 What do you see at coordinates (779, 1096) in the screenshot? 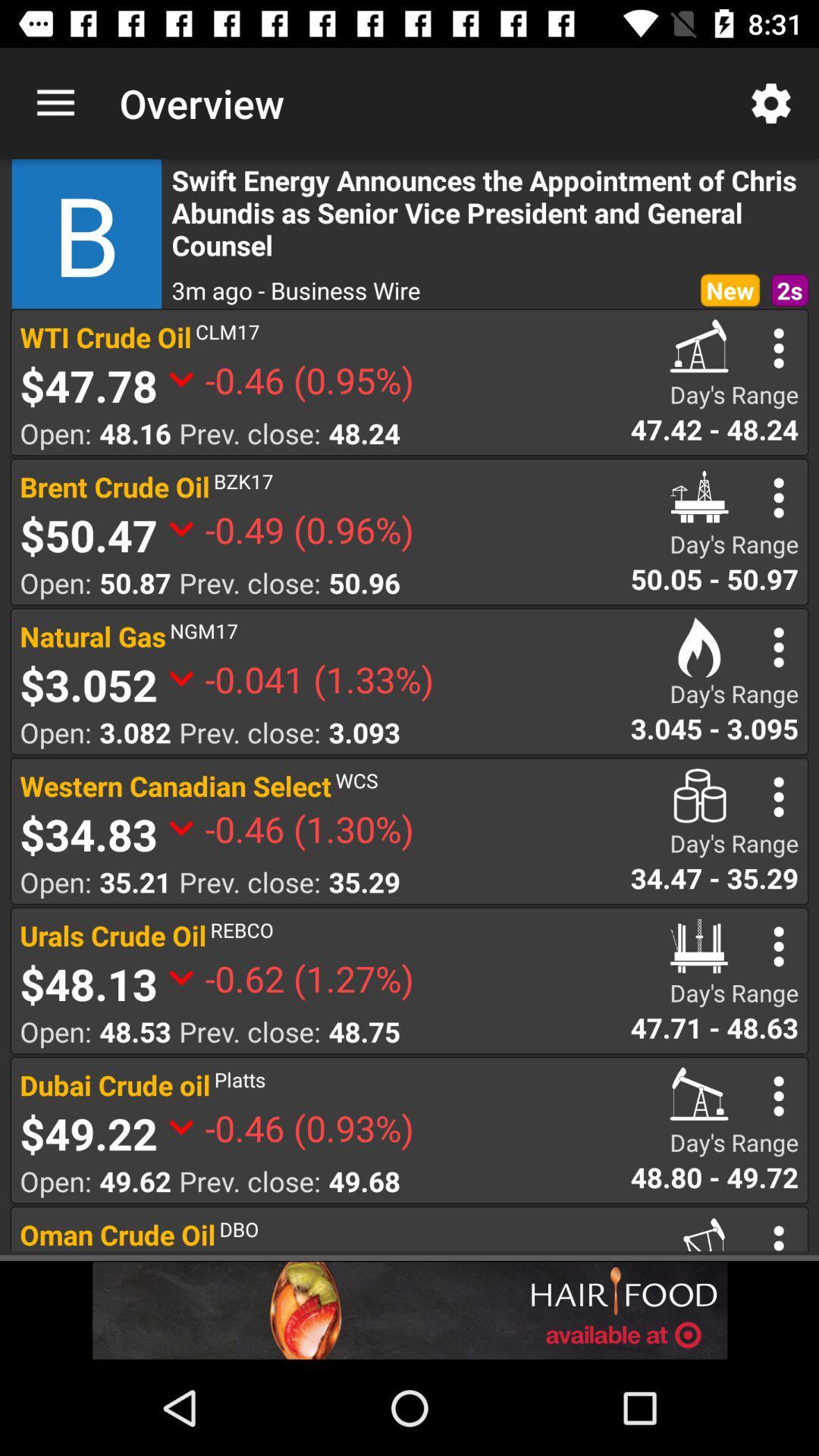
I see `open more settings` at bounding box center [779, 1096].